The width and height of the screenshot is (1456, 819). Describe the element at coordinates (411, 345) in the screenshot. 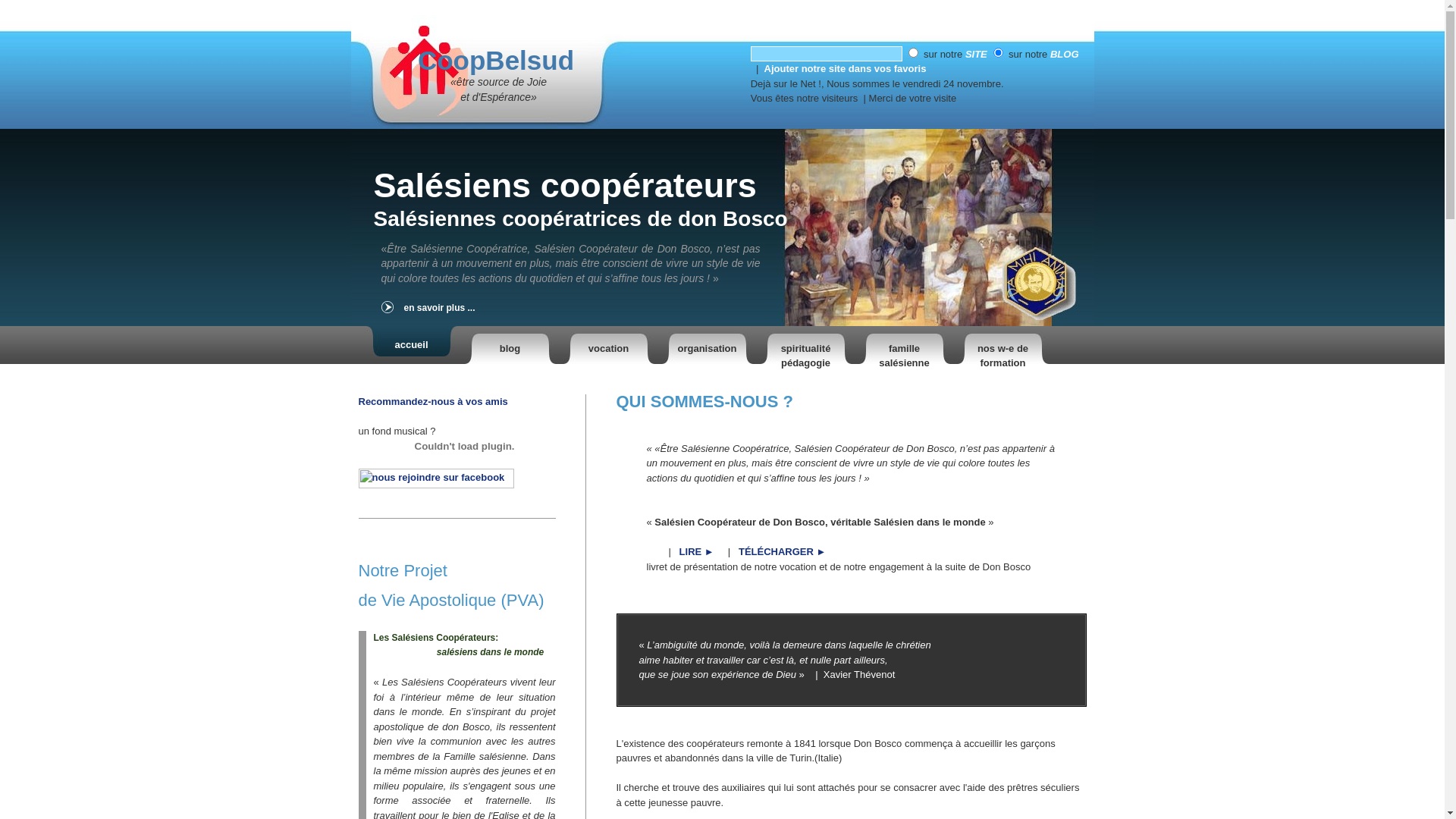

I see `'accueil'` at that location.